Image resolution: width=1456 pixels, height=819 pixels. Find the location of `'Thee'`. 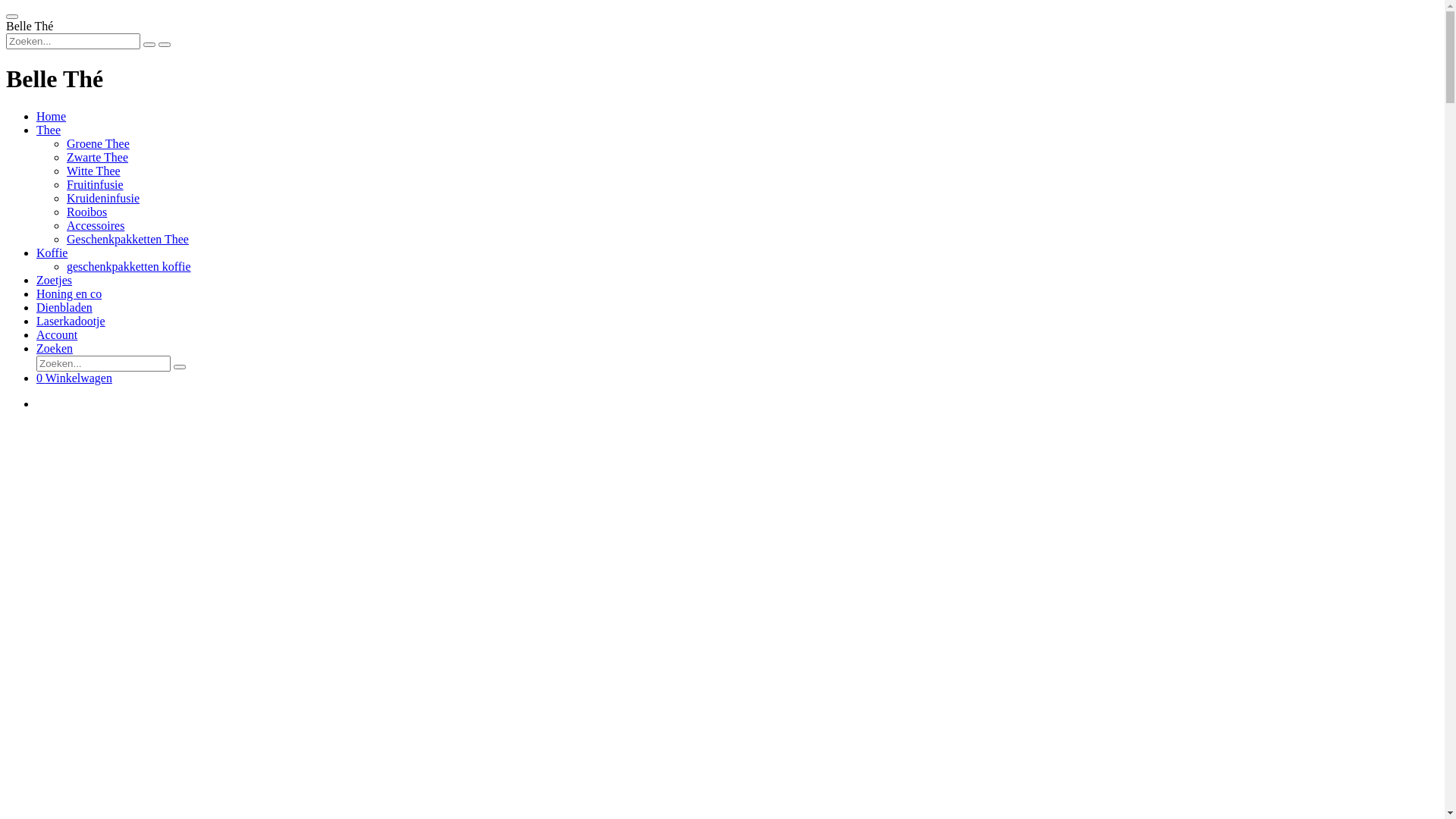

'Thee' is located at coordinates (48, 129).